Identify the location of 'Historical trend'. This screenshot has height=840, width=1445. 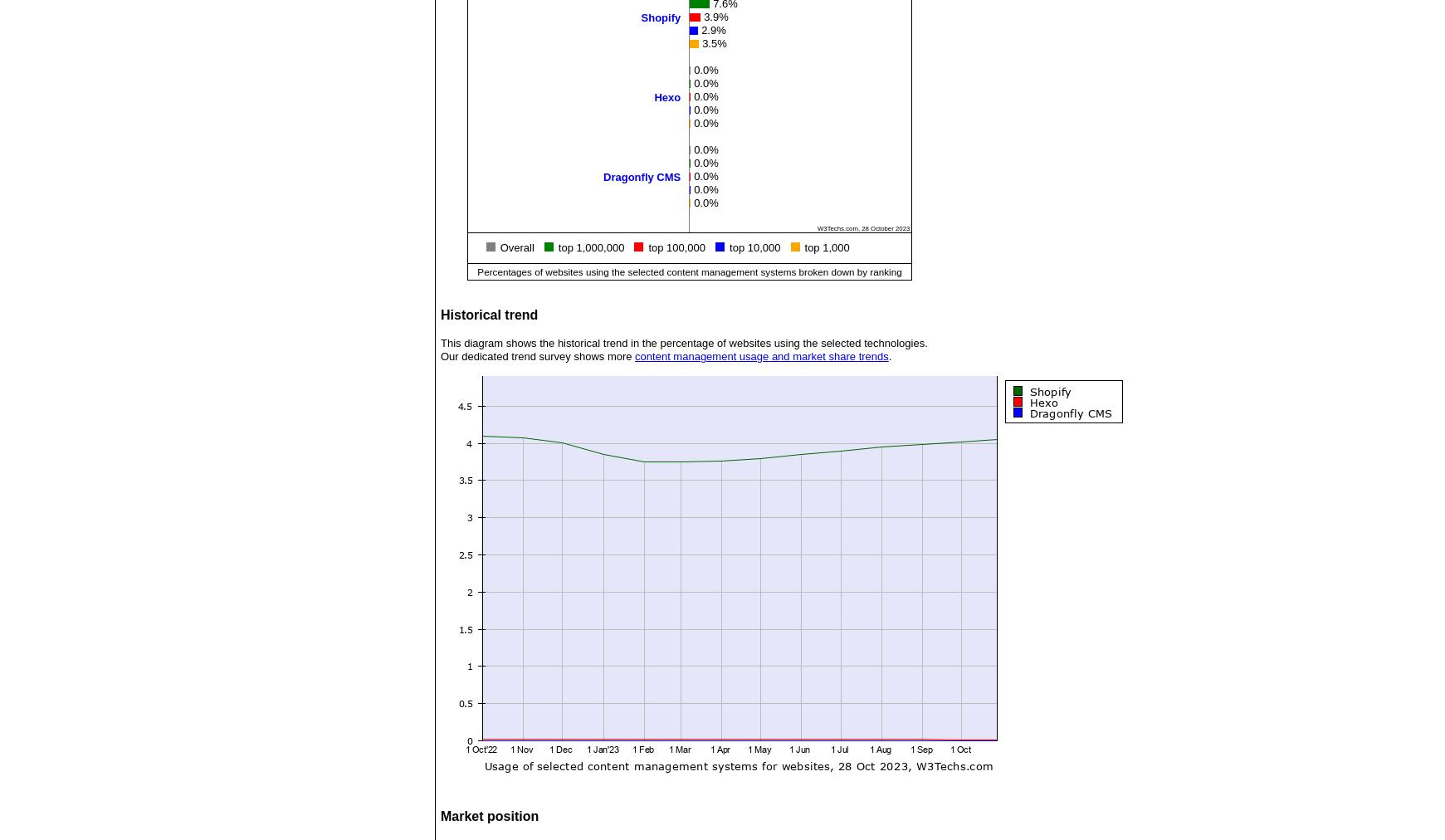
(489, 314).